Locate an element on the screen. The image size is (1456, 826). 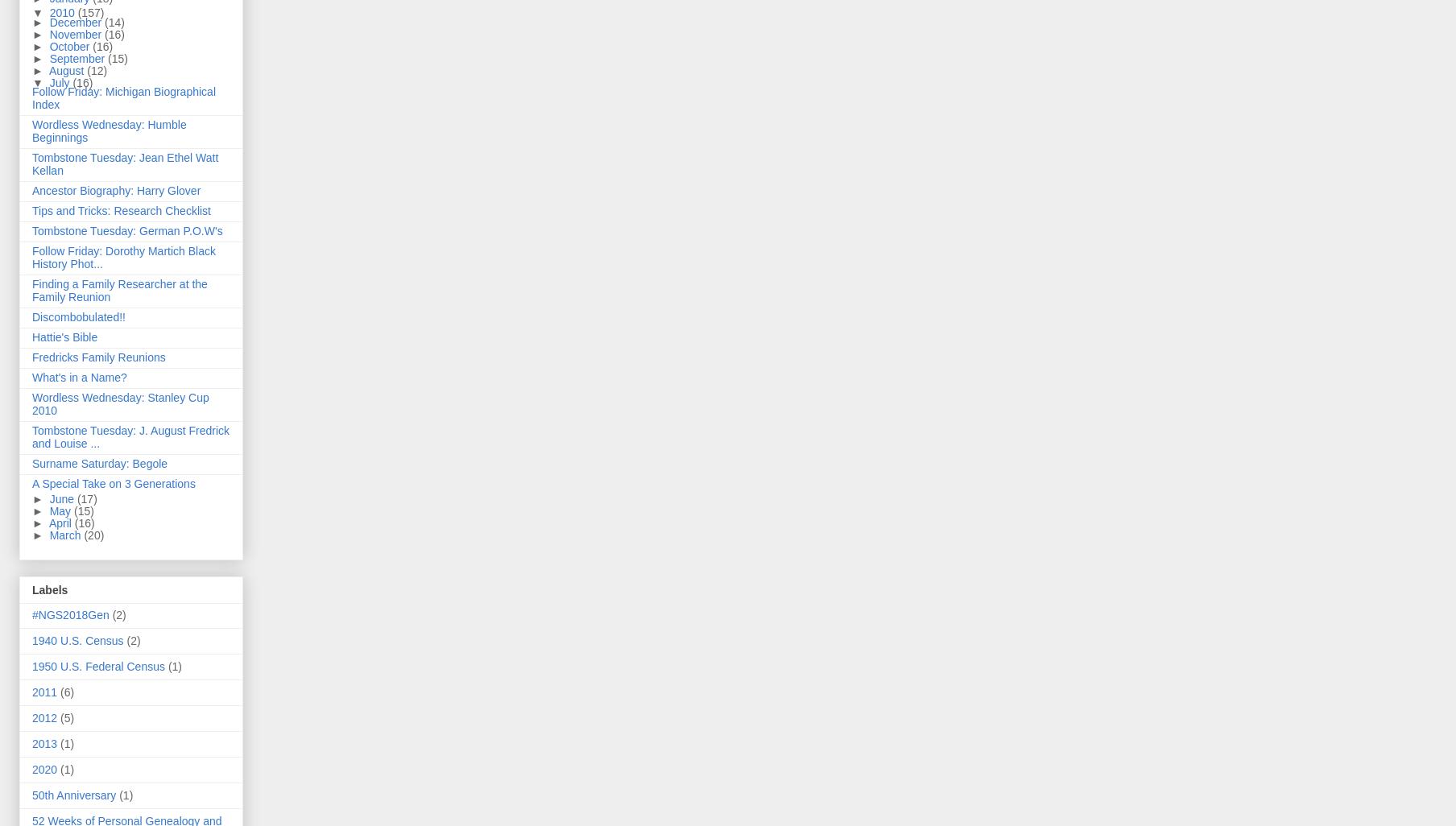
'(6)' is located at coordinates (60, 692).